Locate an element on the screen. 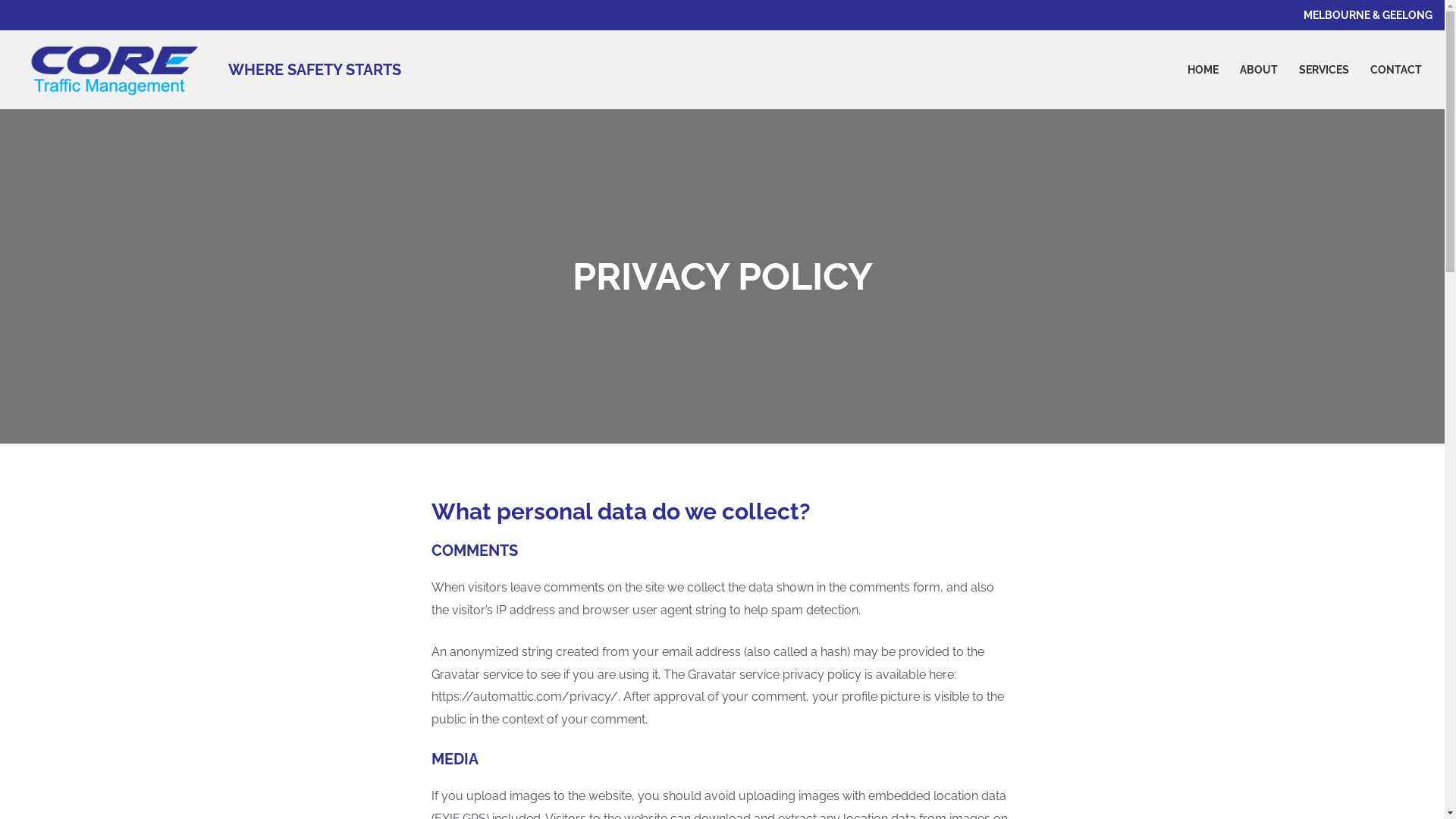 The image size is (1456, 819). 'SERVICES' is located at coordinates (1323, 70).